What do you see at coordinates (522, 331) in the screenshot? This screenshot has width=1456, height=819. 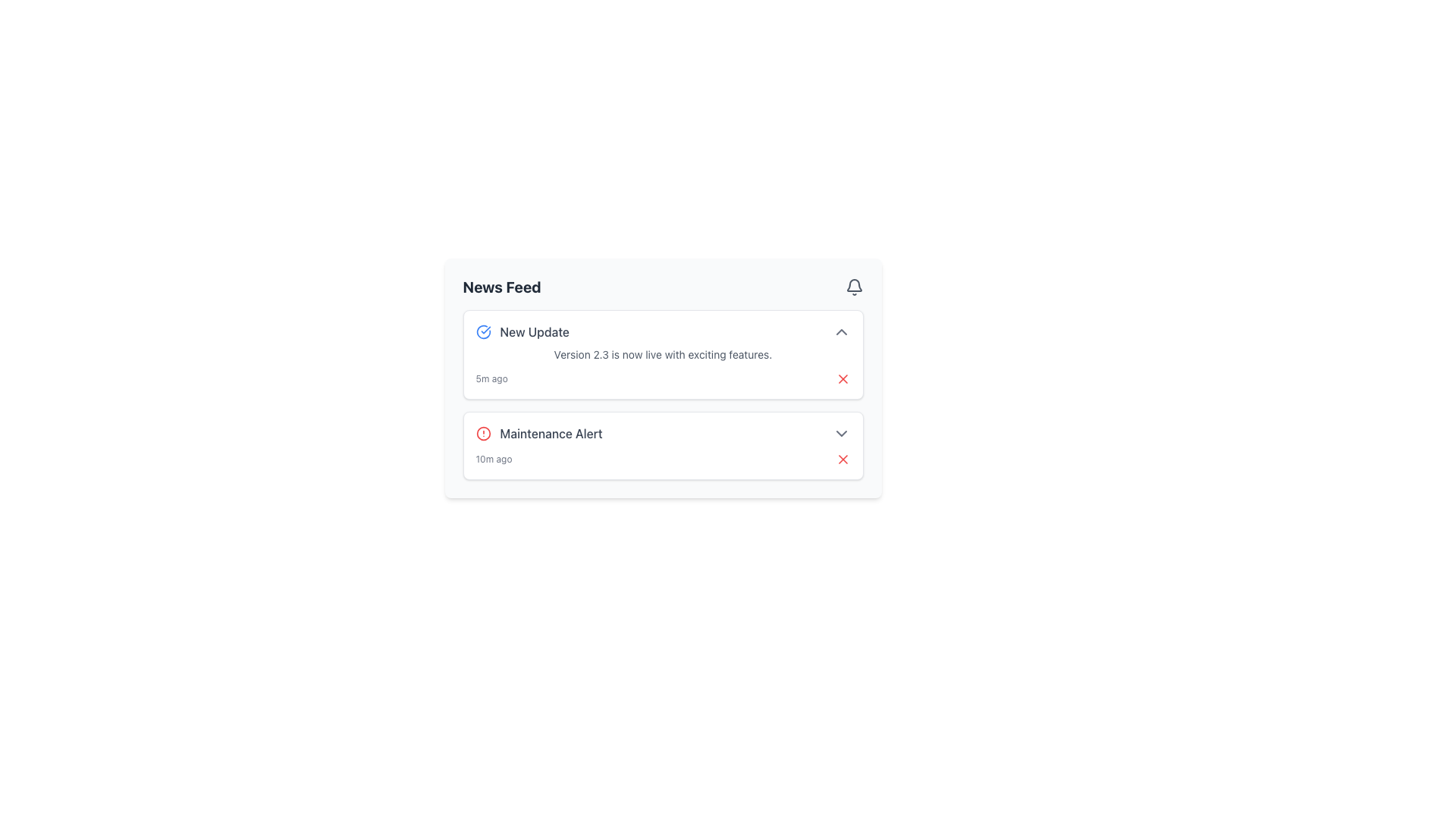 I see `the text label reading 'New Update' which is styled in medium gray font and is located in the 'News Feed' section, part of the first item in the list` at bounding box center [522, 331].